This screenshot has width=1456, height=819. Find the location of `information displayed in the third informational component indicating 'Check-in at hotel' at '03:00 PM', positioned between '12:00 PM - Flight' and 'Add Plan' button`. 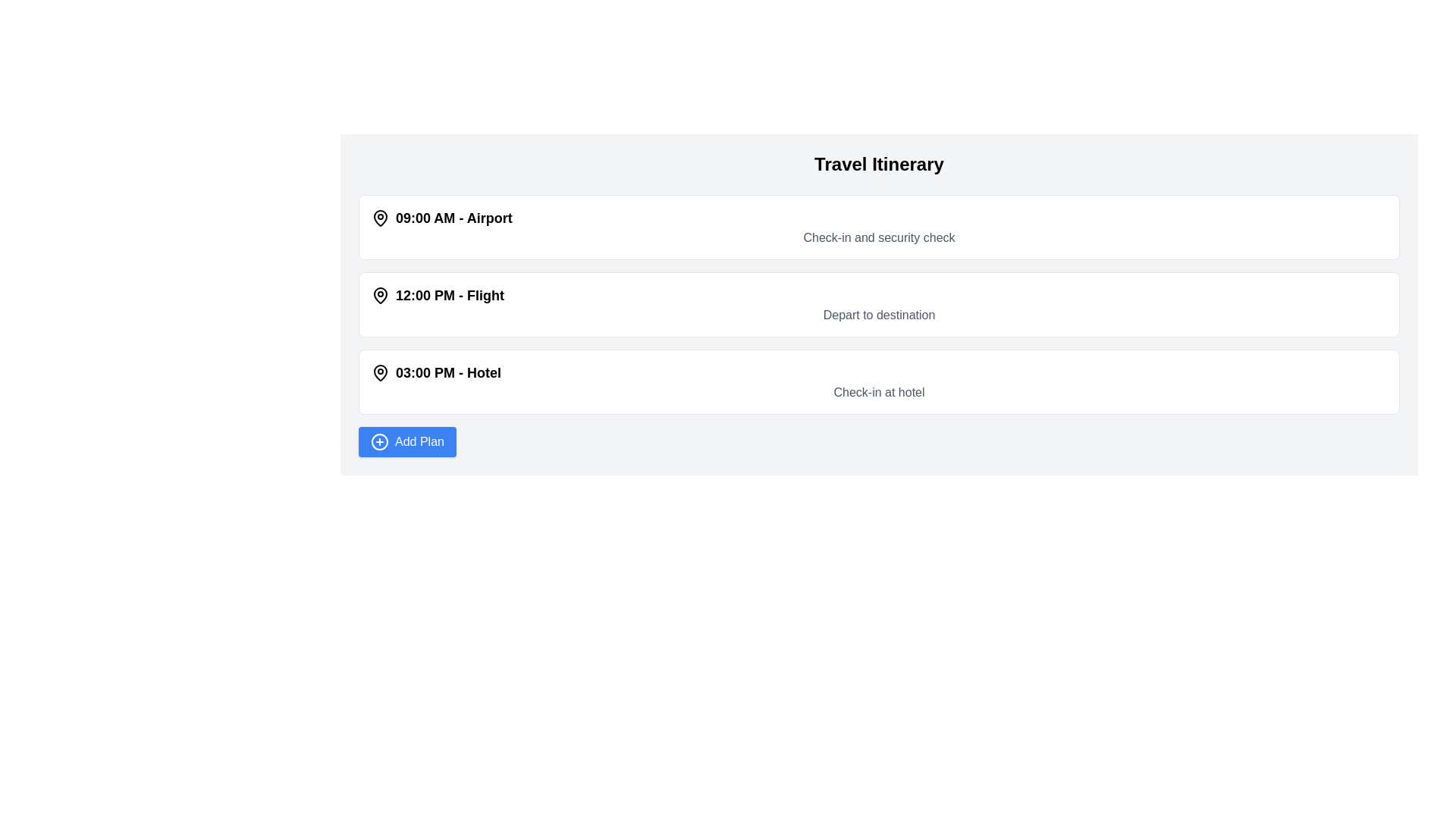

information displayed in the third informational component indicating 'Check-in at hotel' at '03:00 PM', positioned between '12:00 PM - Flight' and 'Add Plan' button is located at coordinates (879, 381).